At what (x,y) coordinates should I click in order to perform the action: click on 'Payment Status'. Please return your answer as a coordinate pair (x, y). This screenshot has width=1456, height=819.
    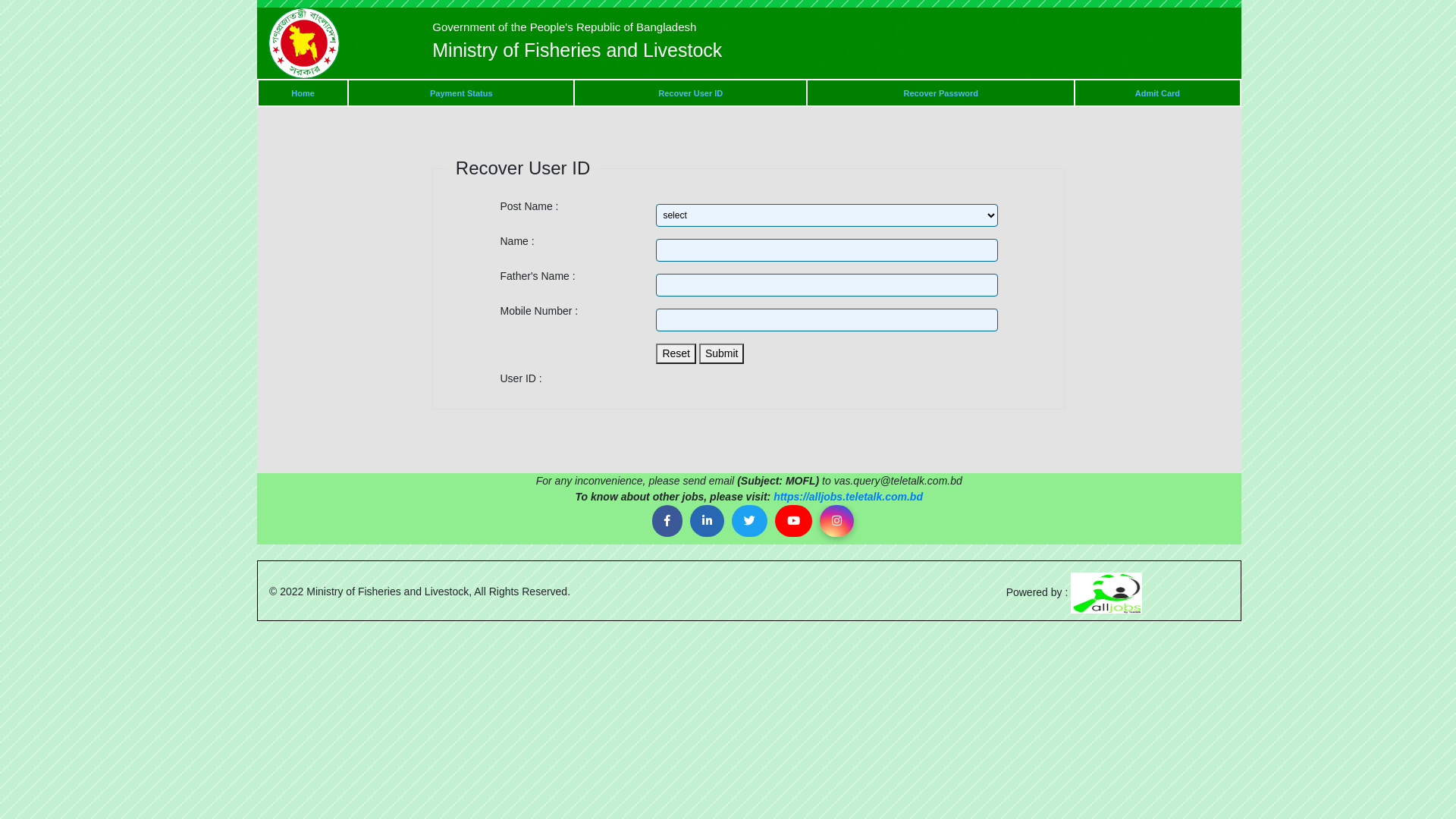
    Looking at the image, I should click on (460, 93).